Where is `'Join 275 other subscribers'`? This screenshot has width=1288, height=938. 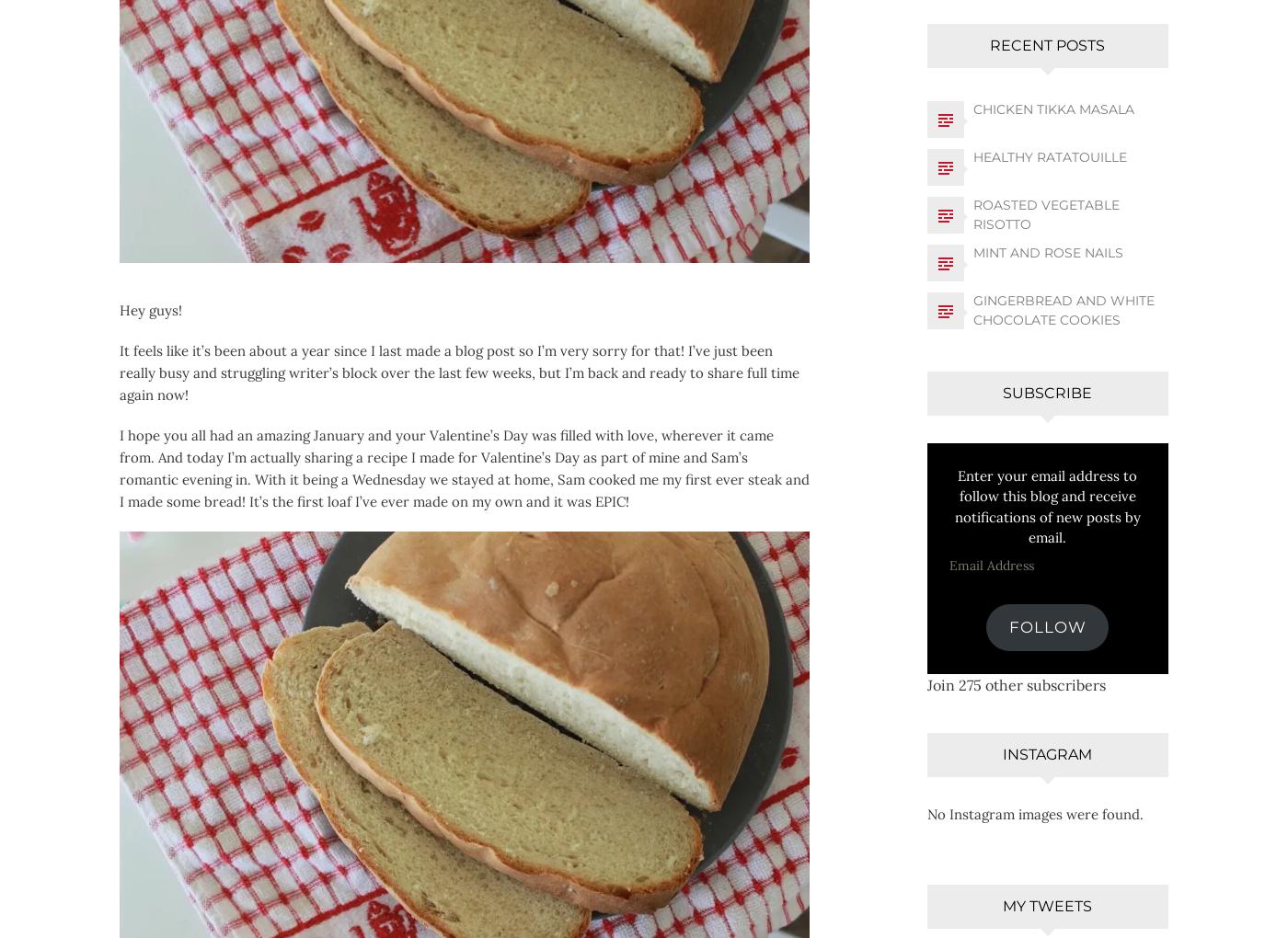 'Join 275 other subscribers' is located at coordinates (1016, 685).